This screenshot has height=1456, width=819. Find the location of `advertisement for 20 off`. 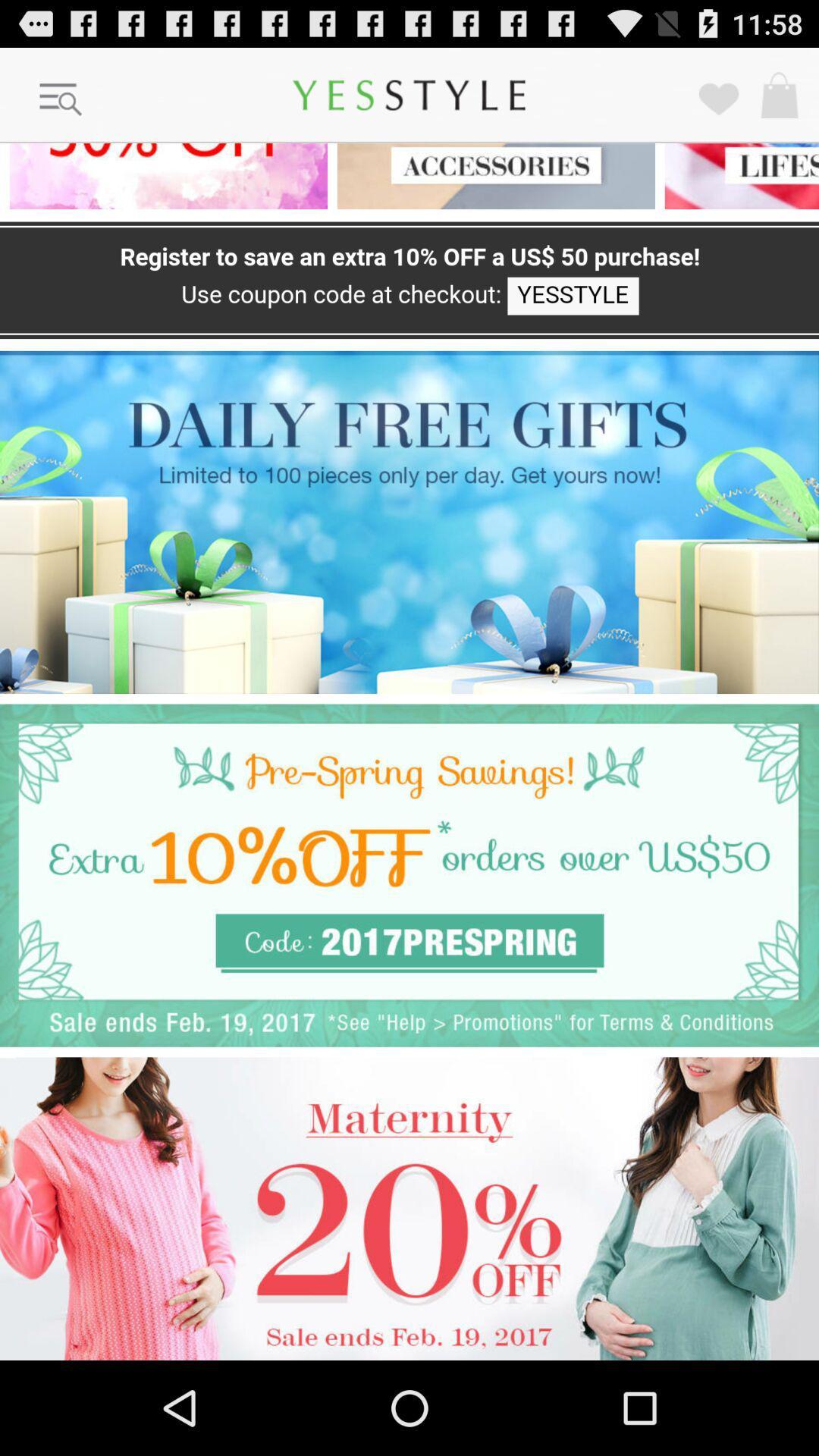

advertisement for 20 off is located at coordinates (409, 1208).